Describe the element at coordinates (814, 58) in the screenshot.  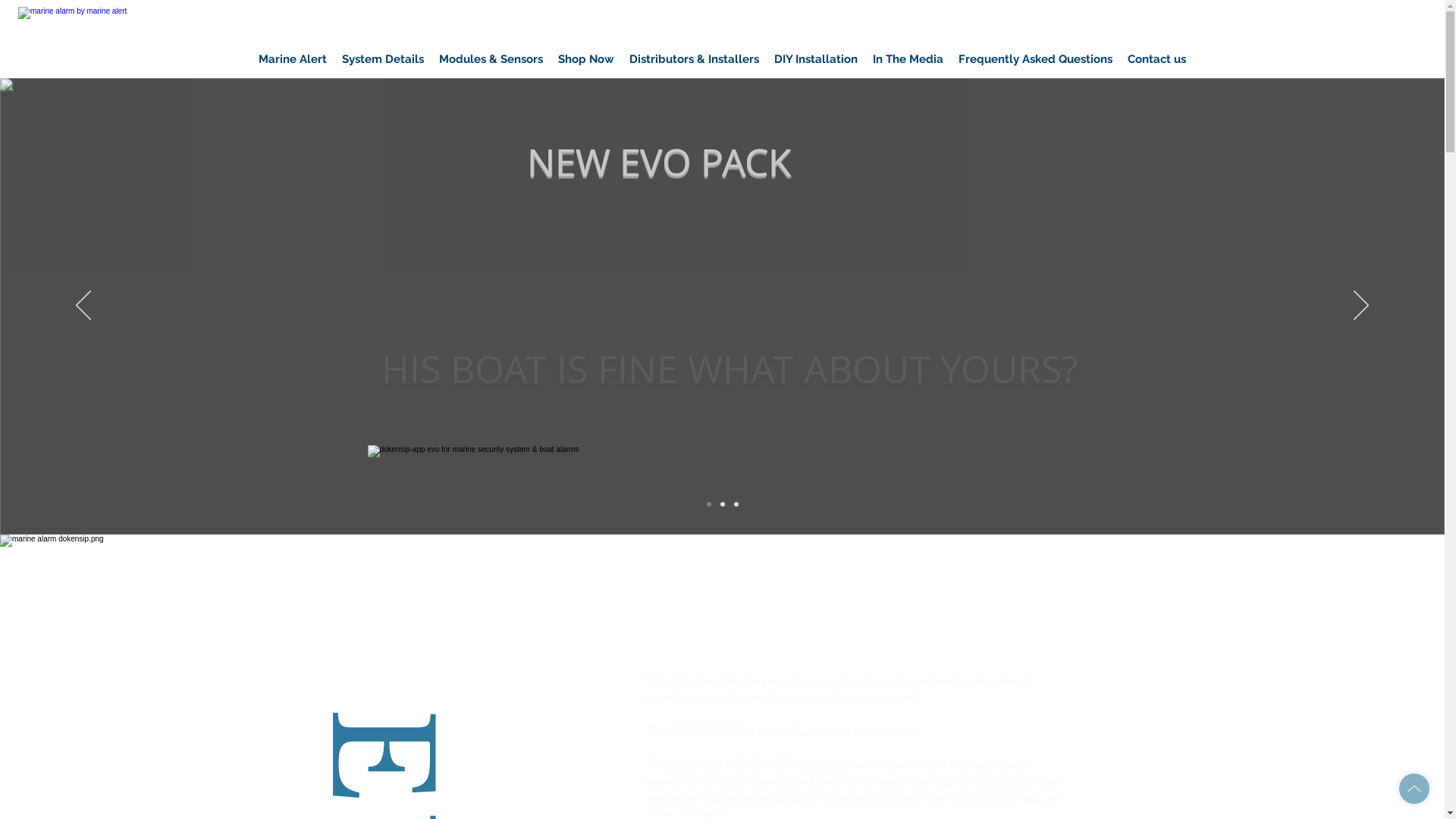
I see `'DIY Installation'` at that location.